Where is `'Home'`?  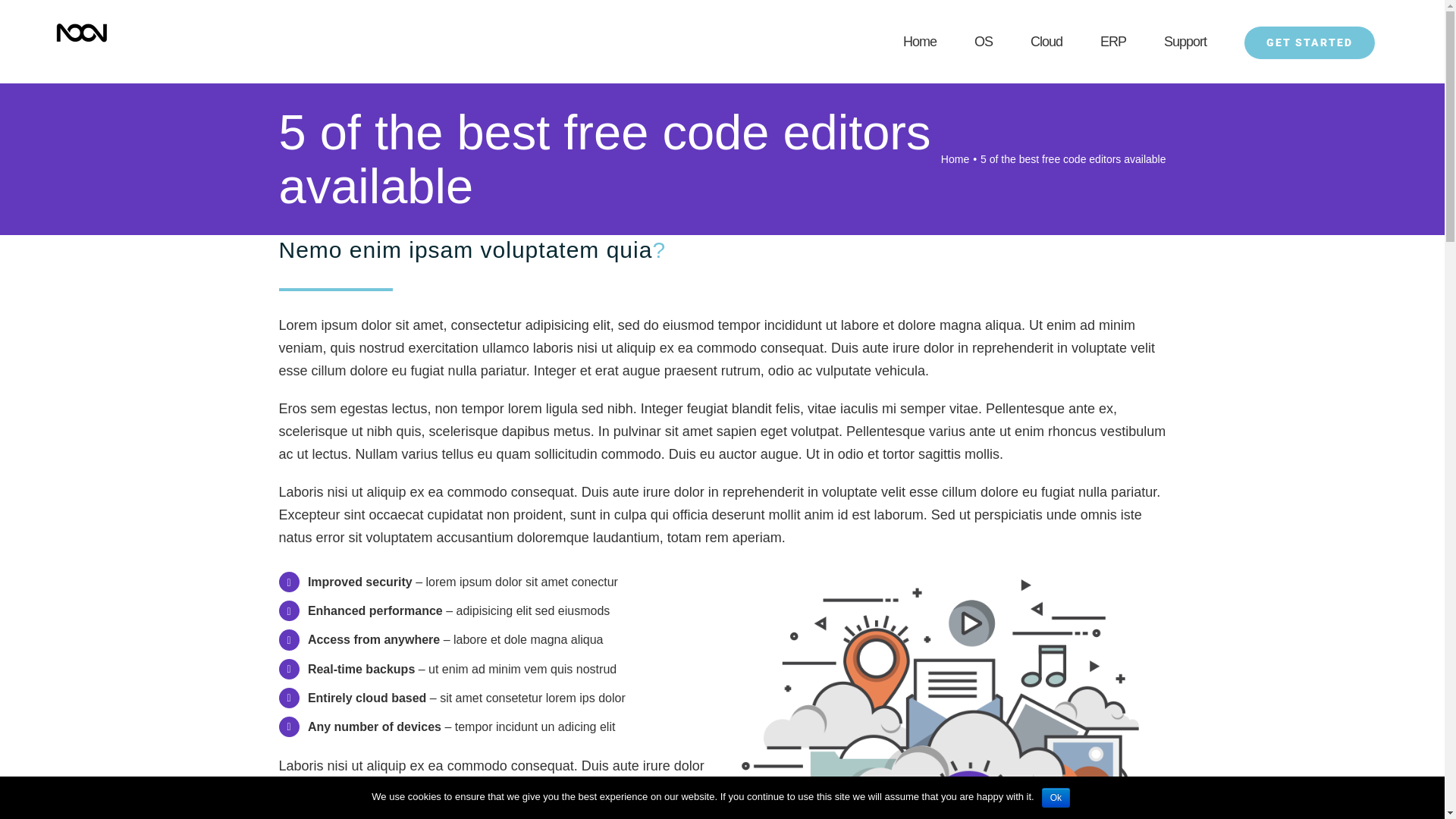 'Home' is located at coordinates (954, 158).